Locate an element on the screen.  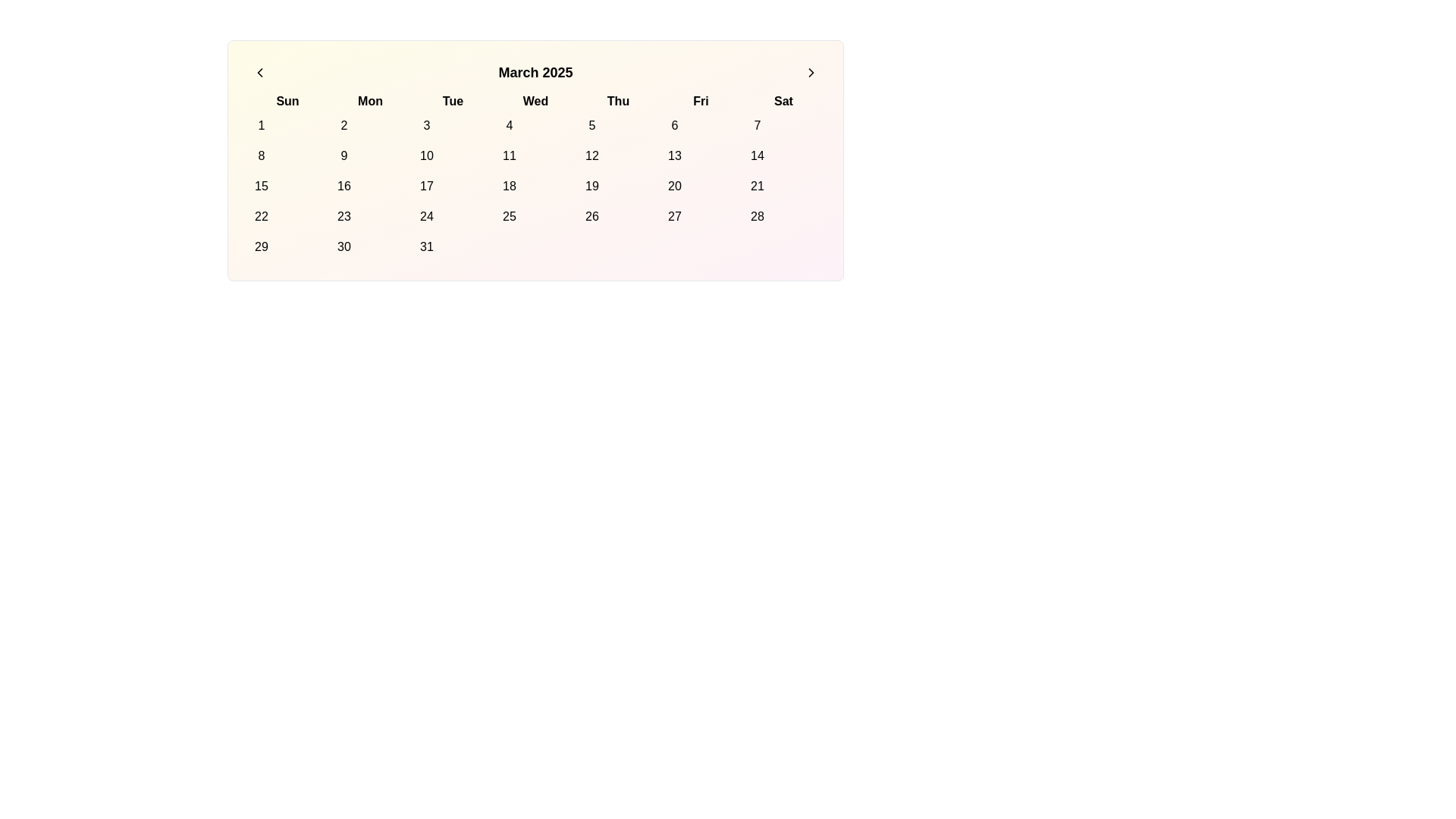
the forward navigation icon located within the circular button at the top-right part of the calendar display is located at coordinates (811, 73).